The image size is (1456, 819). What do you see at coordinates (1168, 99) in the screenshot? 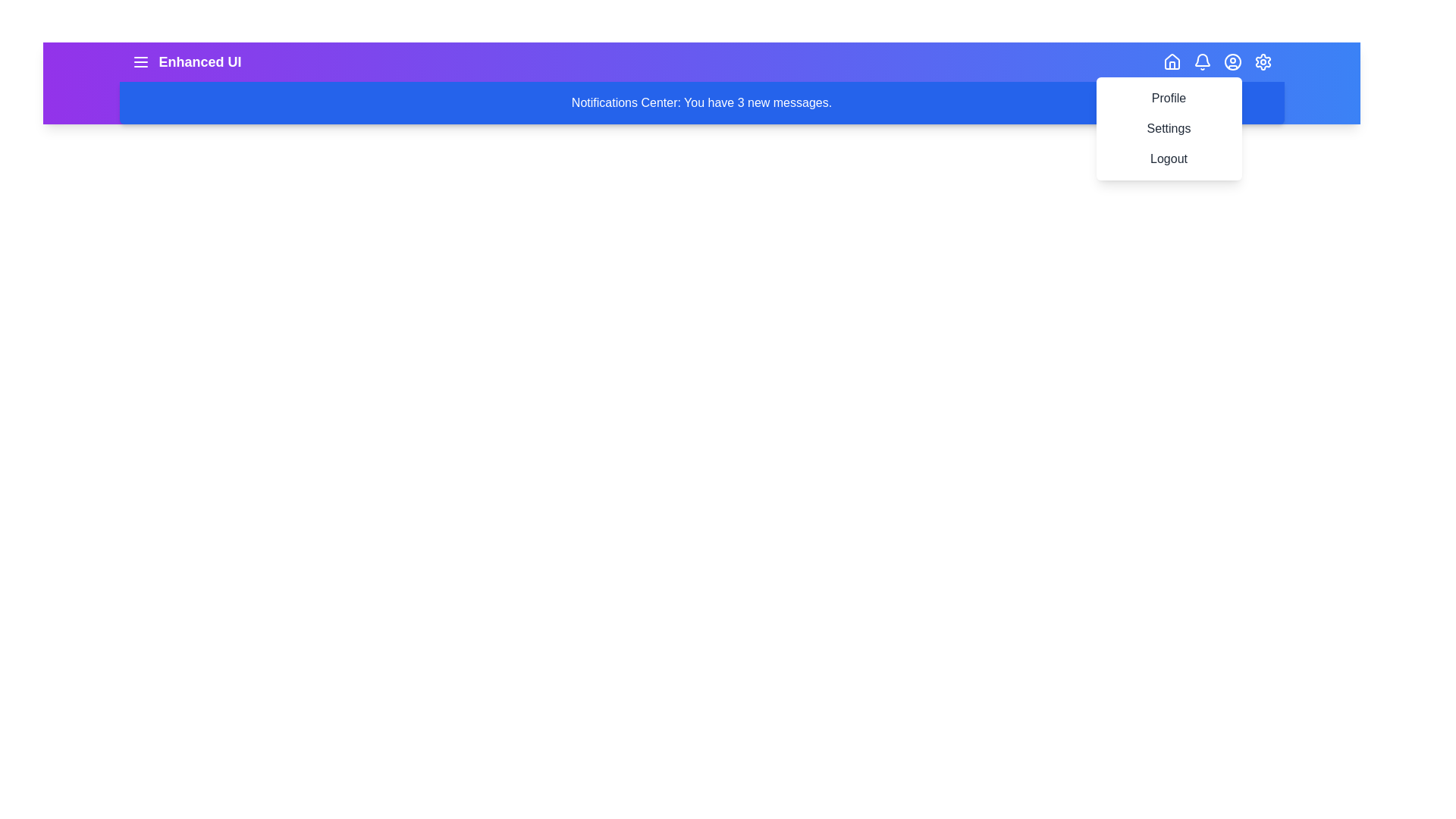
I see `the menu item Profile` at bounding box center [1168, 99].